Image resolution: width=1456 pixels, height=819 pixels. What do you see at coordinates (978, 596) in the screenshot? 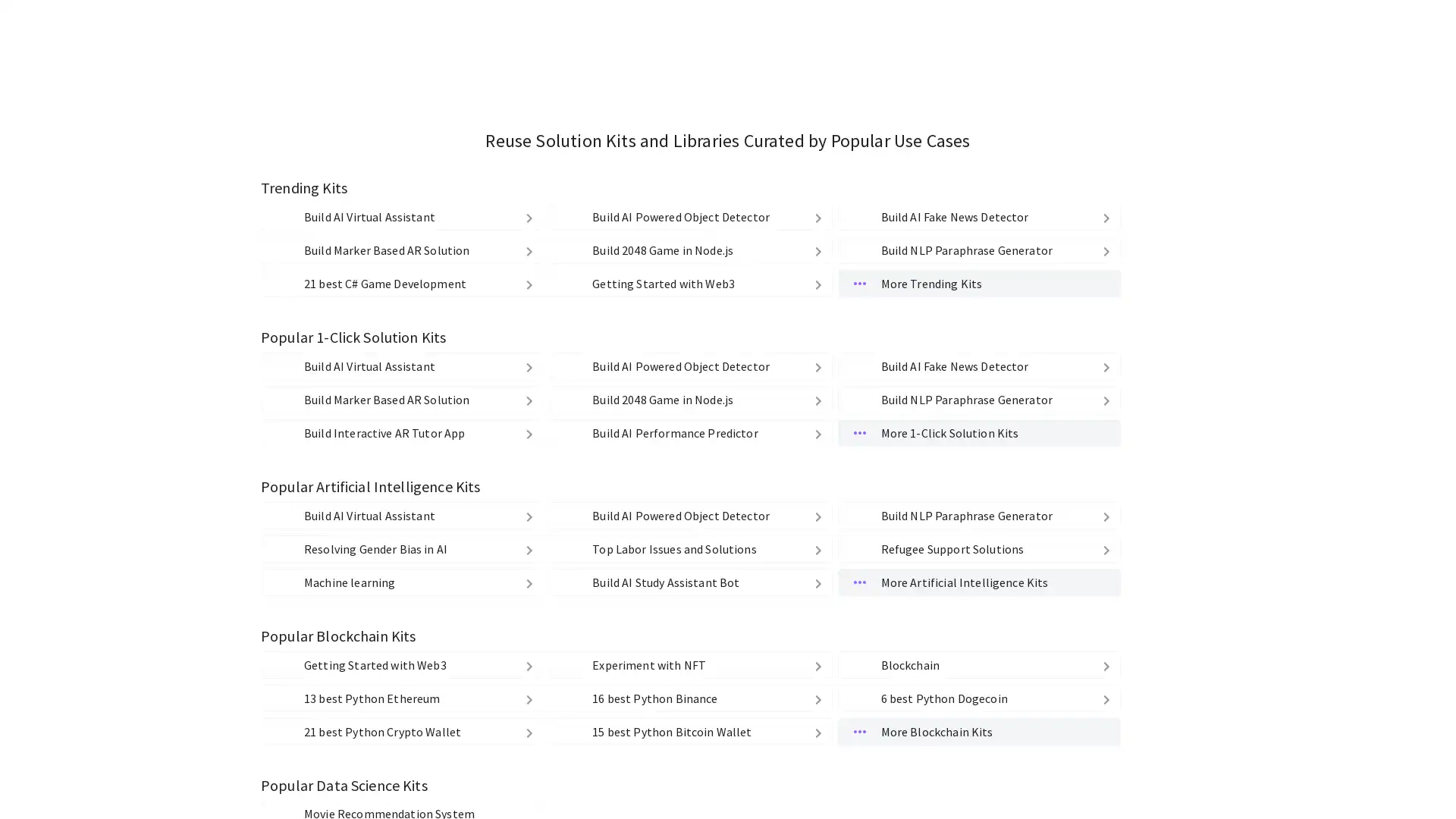
I see `spotting-fake-news Build AI Fake News Detector` at bounding box center [978, 596].